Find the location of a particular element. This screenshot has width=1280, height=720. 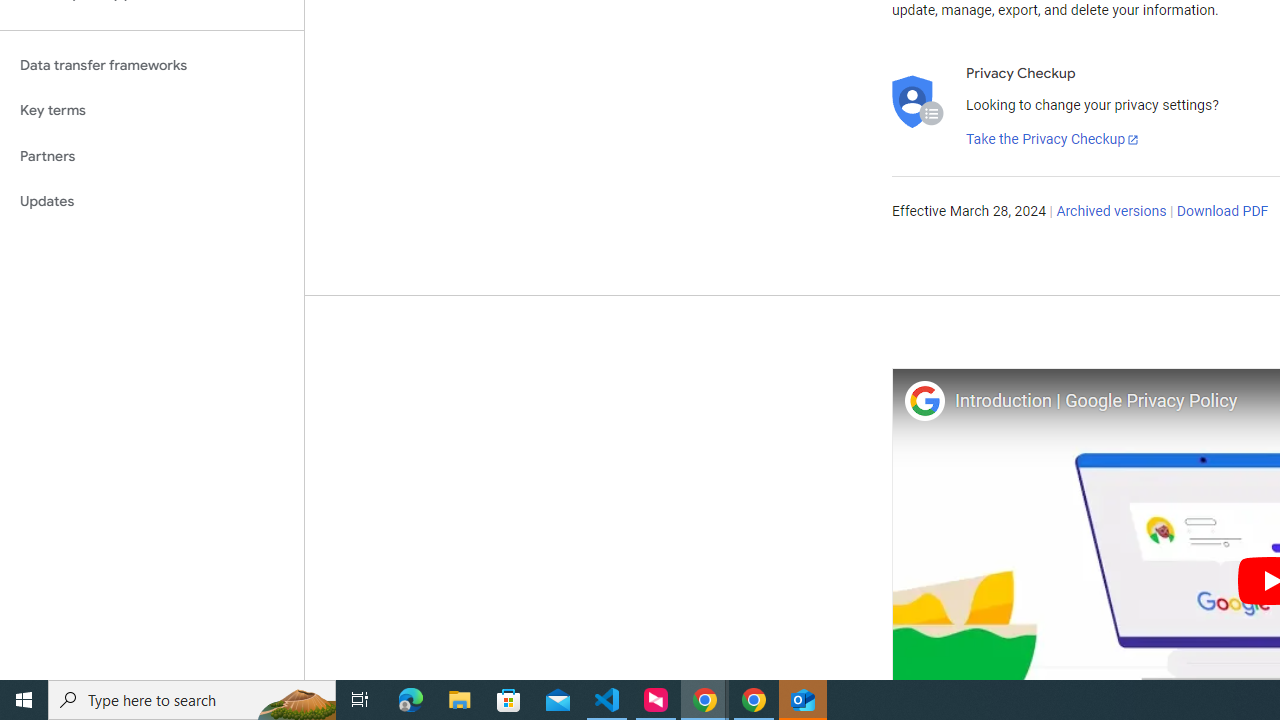

'Take the Privacy Checkup' is located at coordinates (1052, 139).